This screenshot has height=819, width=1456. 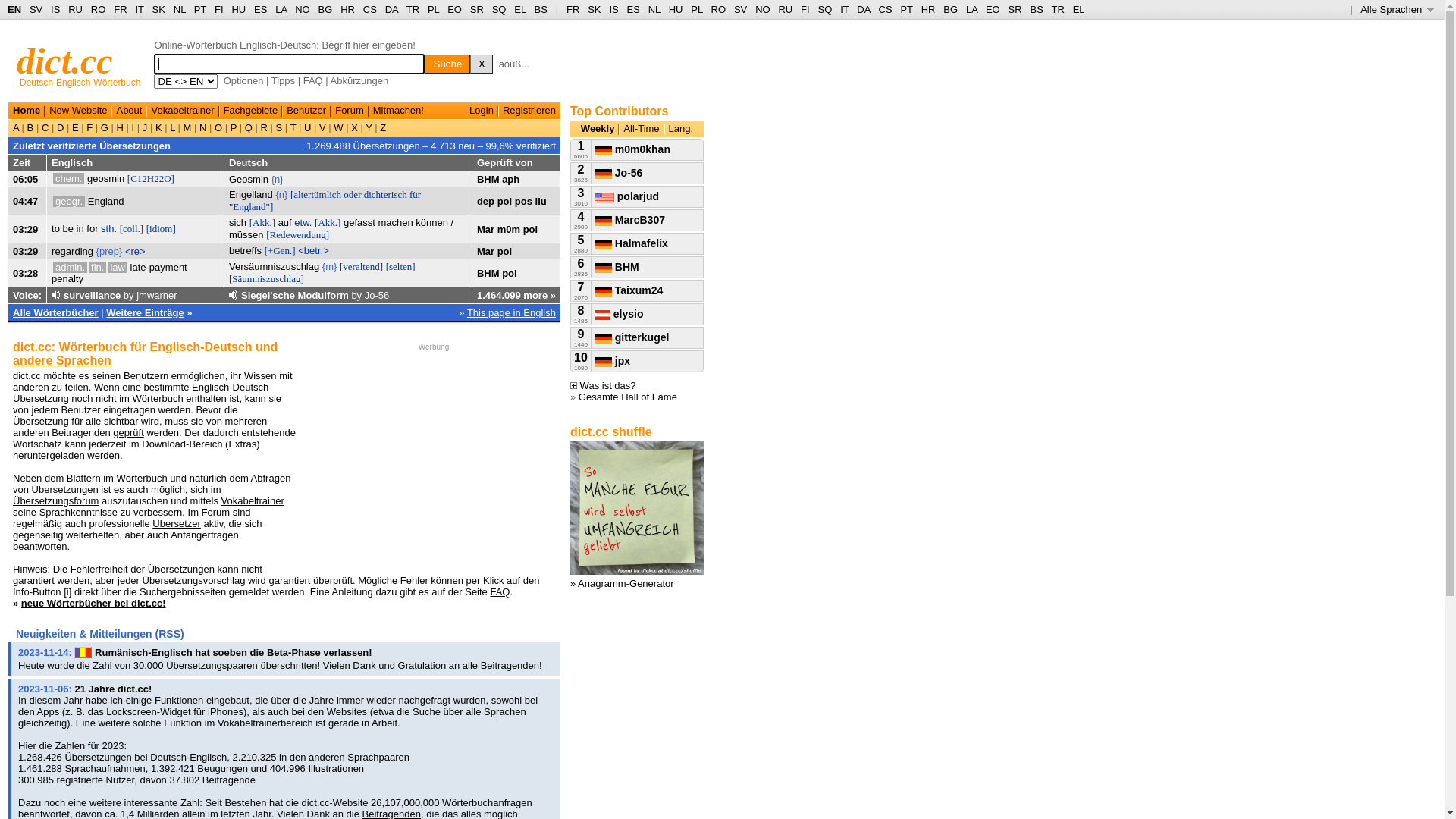 What do you see at coordinates (535, 9) in the screenshot?
I see `'BS'` at bounding box center [535, 9].